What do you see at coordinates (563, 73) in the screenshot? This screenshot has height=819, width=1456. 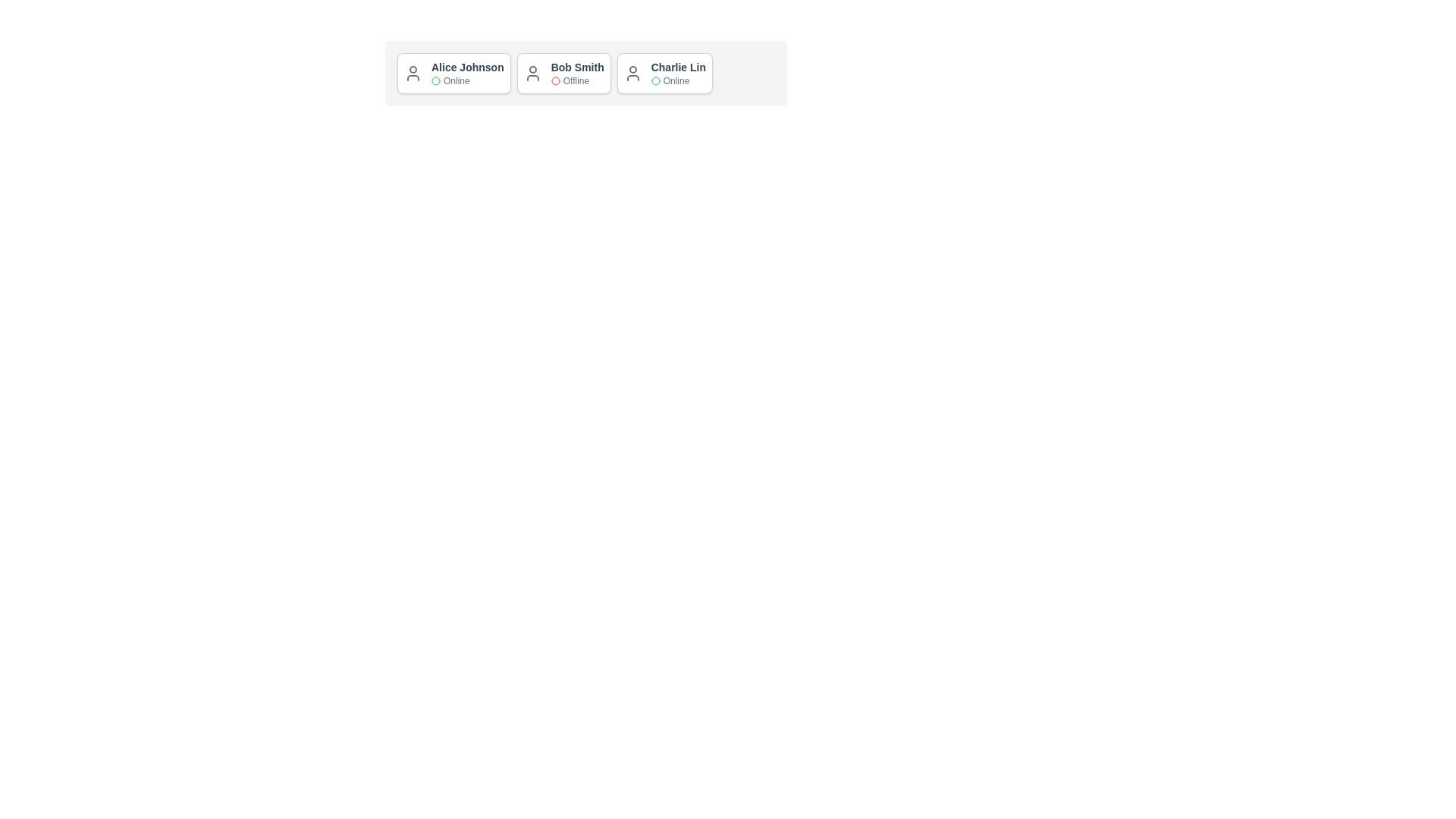 I see `the card of Bob Smith to highlight it` at bounding box center [563, 73].